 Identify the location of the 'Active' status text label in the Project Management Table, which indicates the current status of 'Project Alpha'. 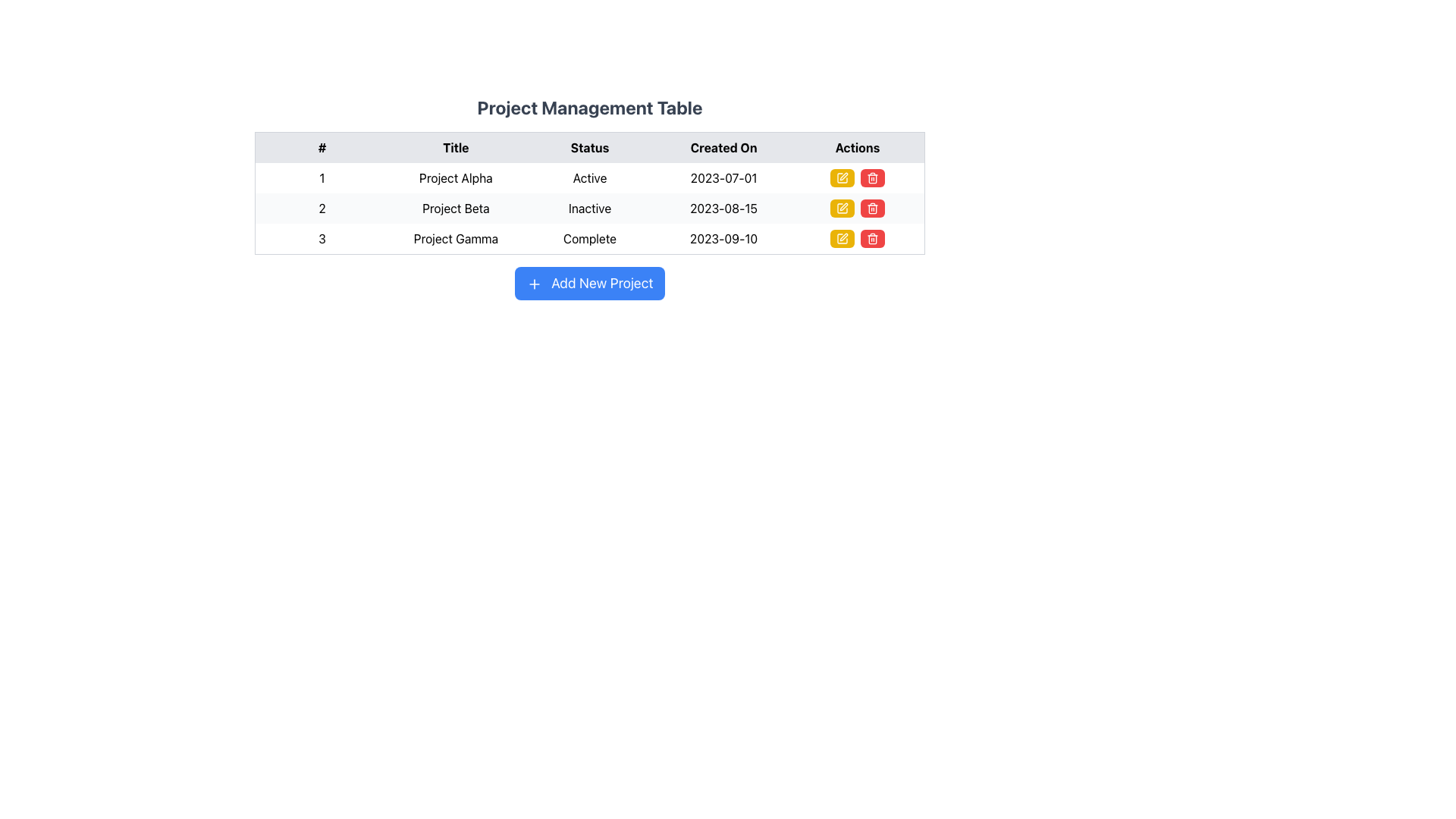
(588, 177).